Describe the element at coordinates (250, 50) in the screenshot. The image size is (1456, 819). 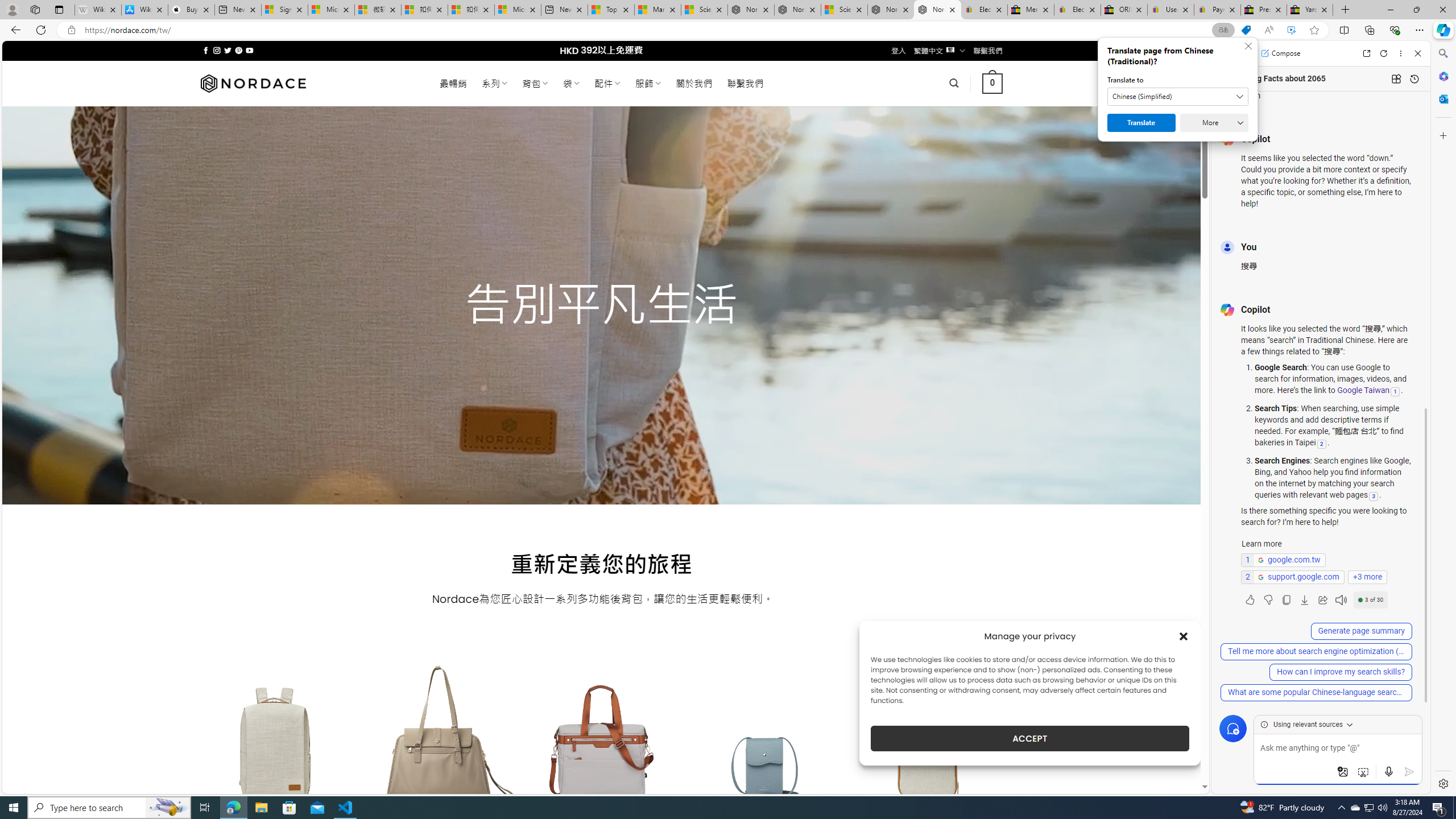
I see `'Follow on YouTube'` at that location.